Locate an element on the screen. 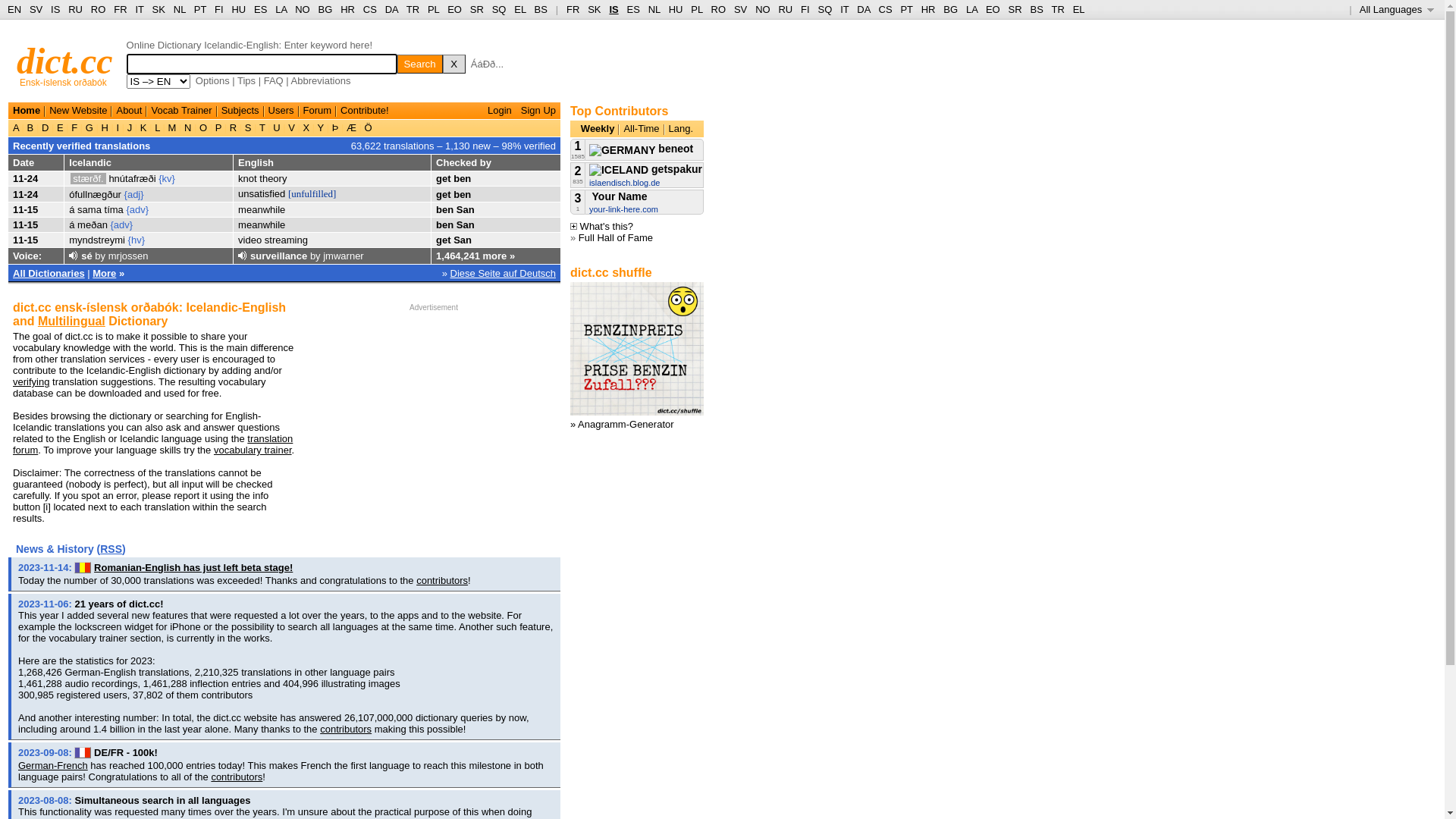 The height and width of the screenshot is (819, 1456). 'S' is located at coordinates (247, 127).